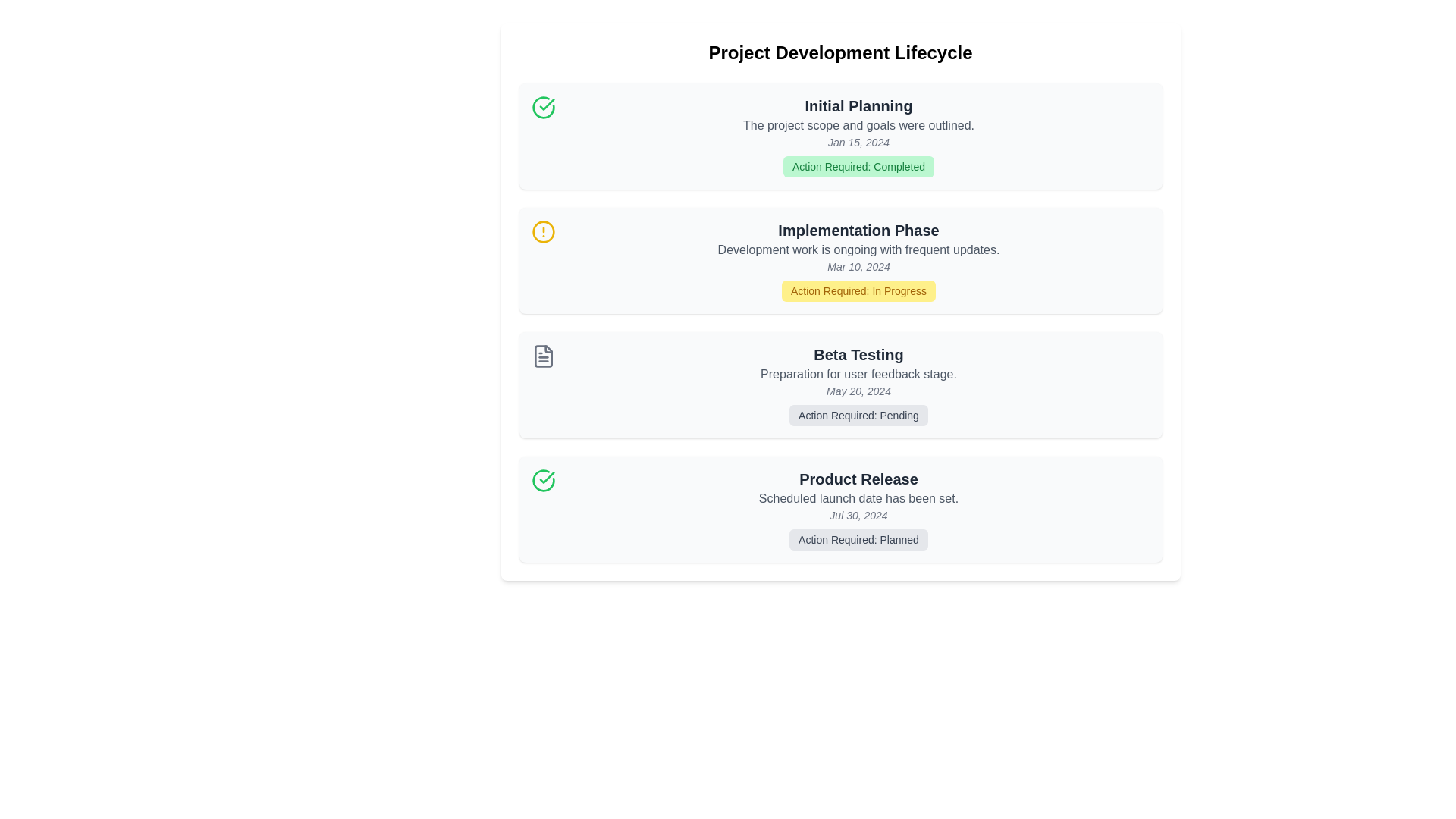  I want to click on the file icon, which is a rectangular graphic resembling a document sheet with a folded corner, located to the left of the 'Beta Testing' text, so click(543, 356).